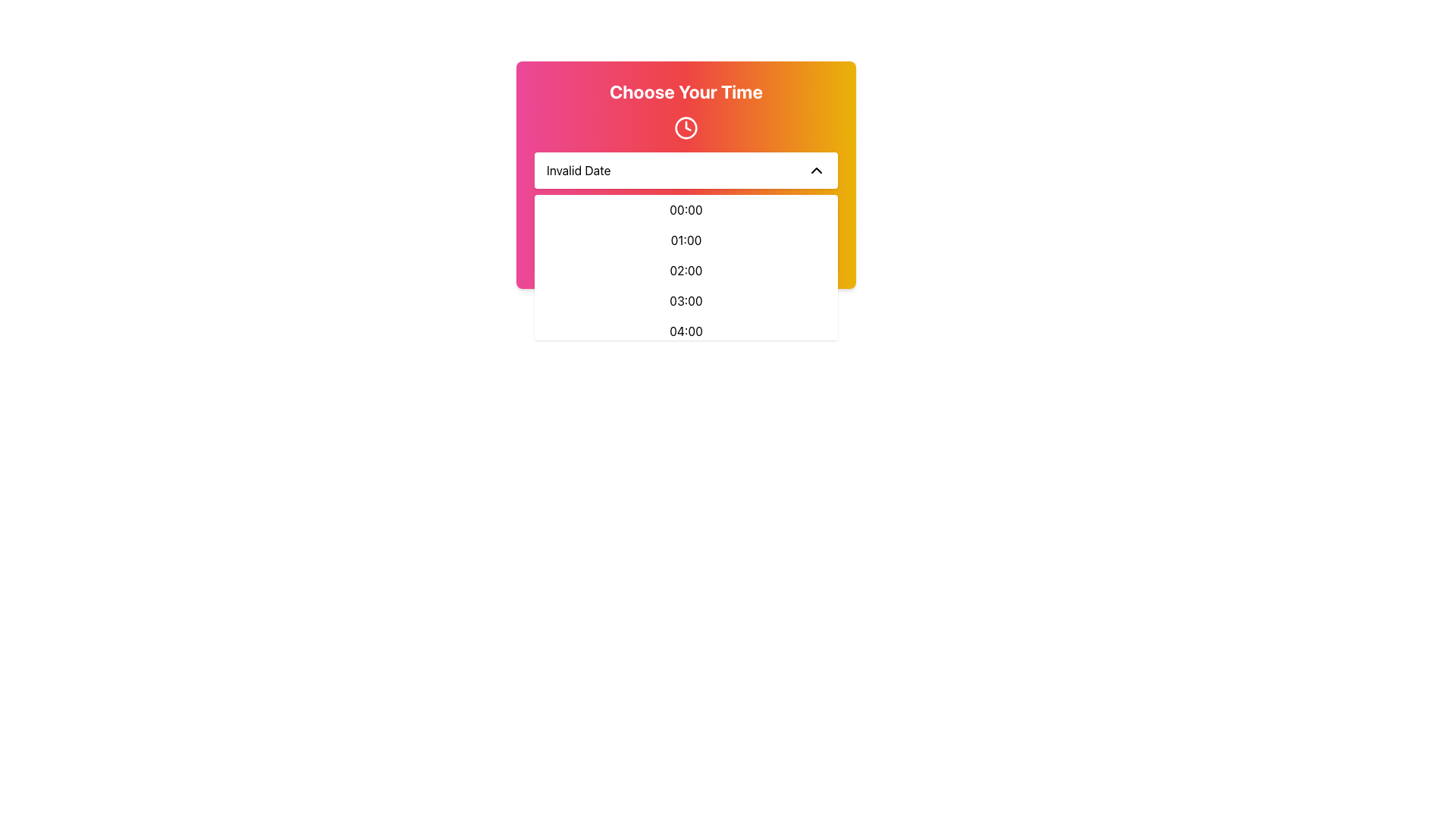 Image resolution: width=1456 pixels, height=819 pixels. I want to click on the dropdown icon located on the right side of the 'Invalid Date' text, which allows toggling the visibility of the dropdown options, so click(815, 170).